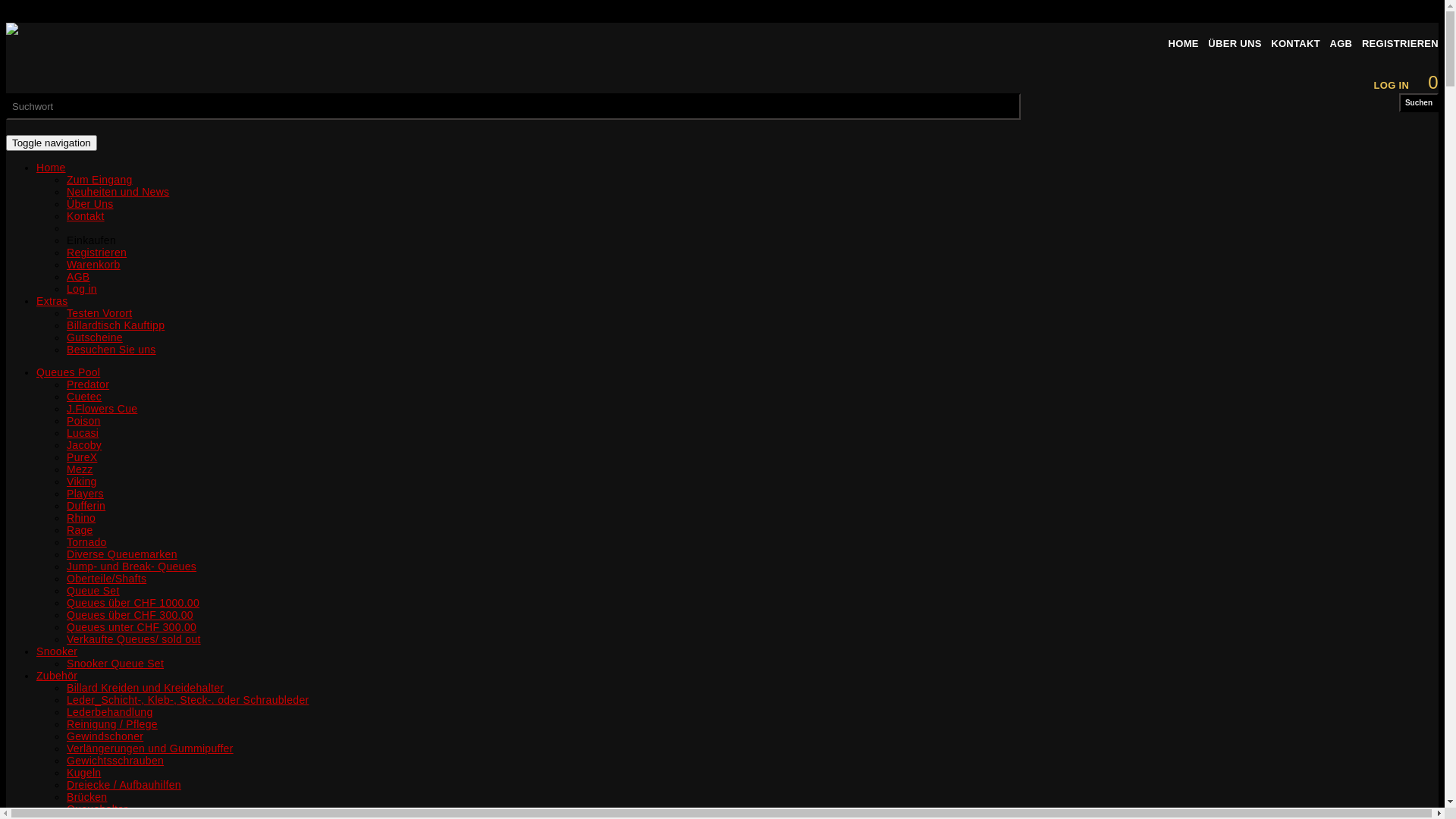 This screenshot has width=1456, height=819. What do you see at coordinates (79, 468) in the screenshot?
I see `'Mezz'` at bounding box center [79, 468].